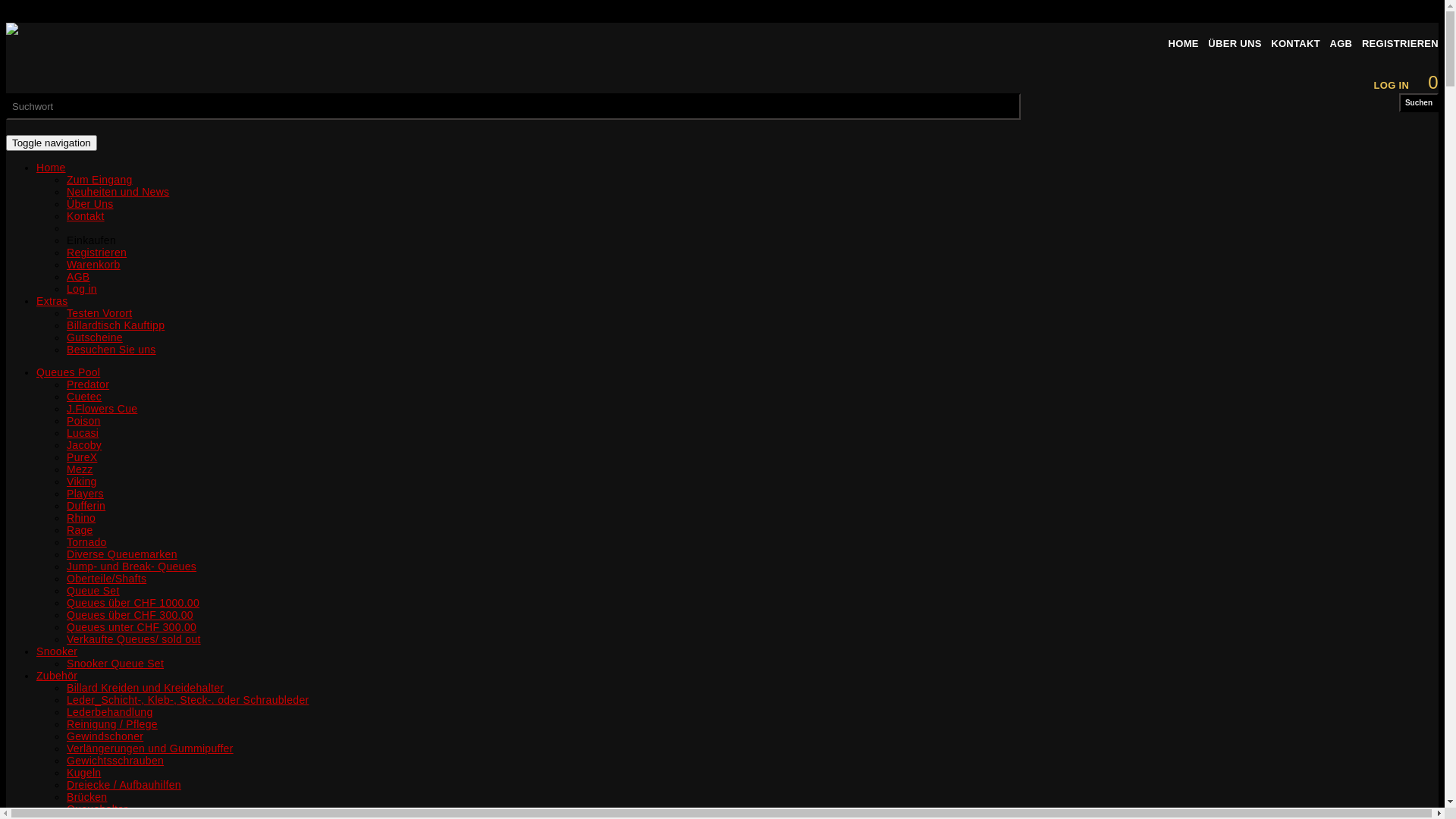 This screenshot has width=1456, height=819. What do you see at coordinates (79, 468) in the screenshot?
I see `'Mezz'` at bounding box center [79, 468].